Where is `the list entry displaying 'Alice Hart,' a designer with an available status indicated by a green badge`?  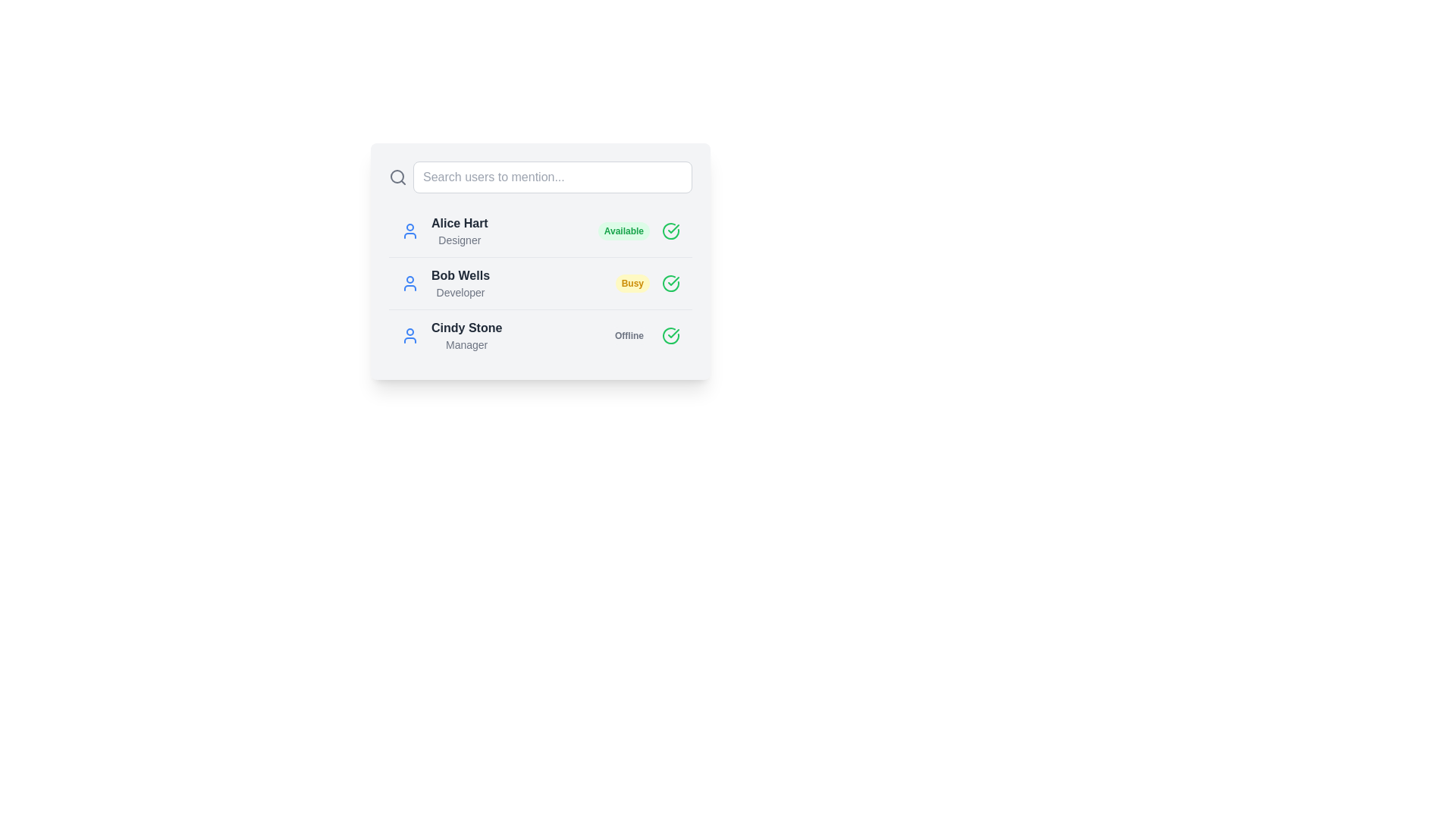 the list entry displaying 'Alice Hart,' a designer with an available status indicated by a green badge is located at coordinates (541, 231).